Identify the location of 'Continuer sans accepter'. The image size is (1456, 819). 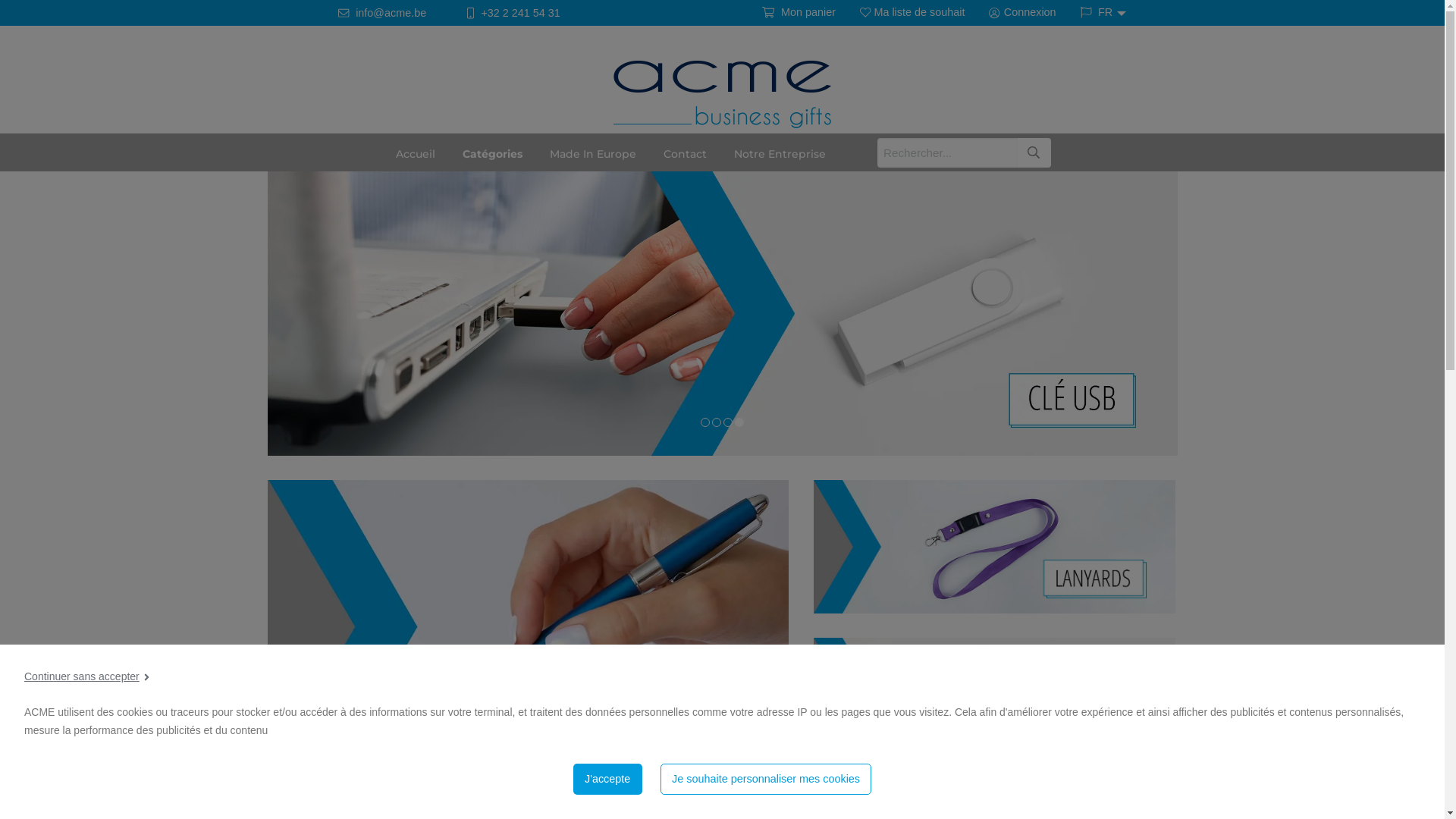
(24, 676).